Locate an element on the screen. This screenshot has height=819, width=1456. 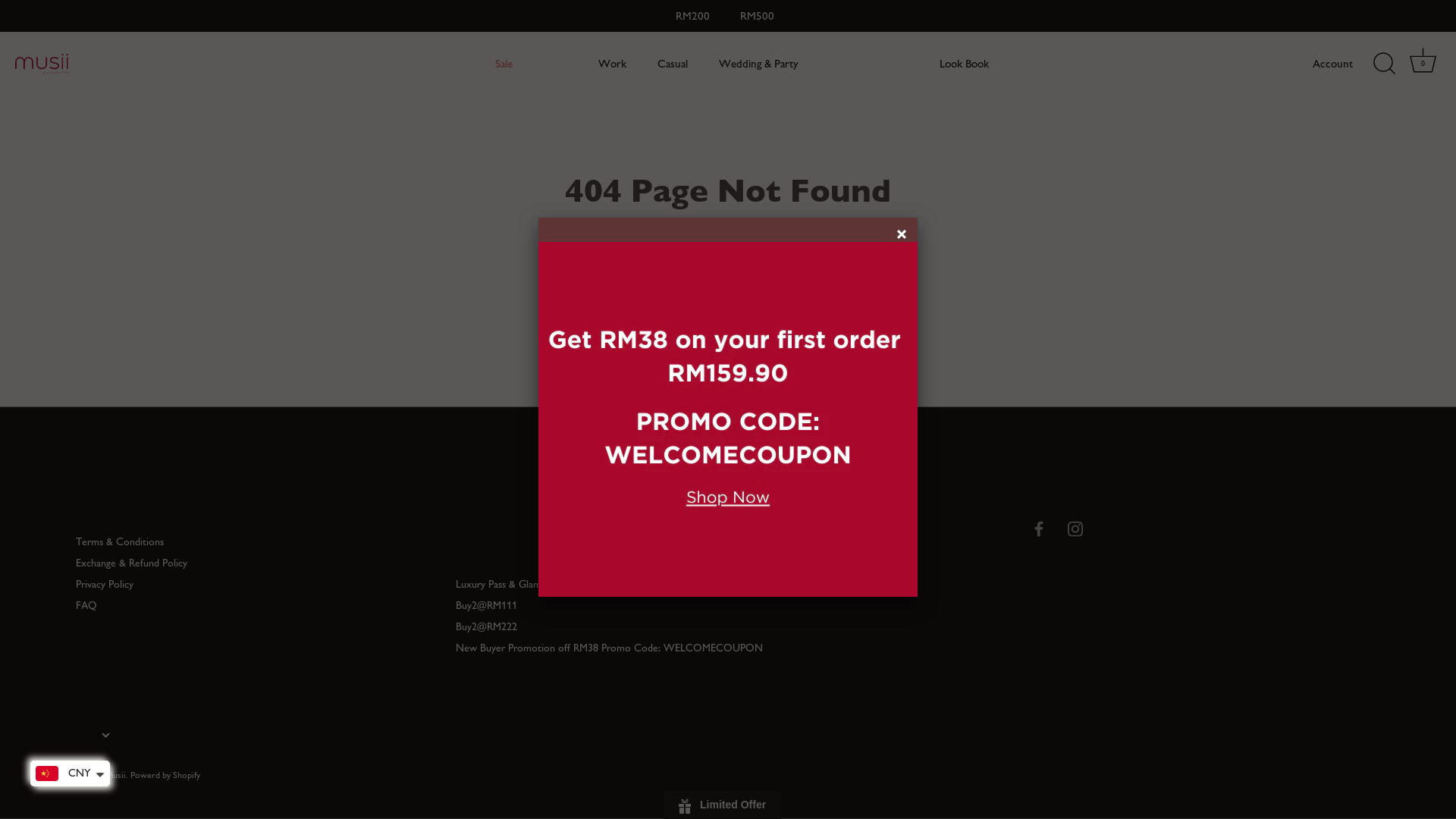
'Buy2@RM111' is located at coordinates (454, 604).